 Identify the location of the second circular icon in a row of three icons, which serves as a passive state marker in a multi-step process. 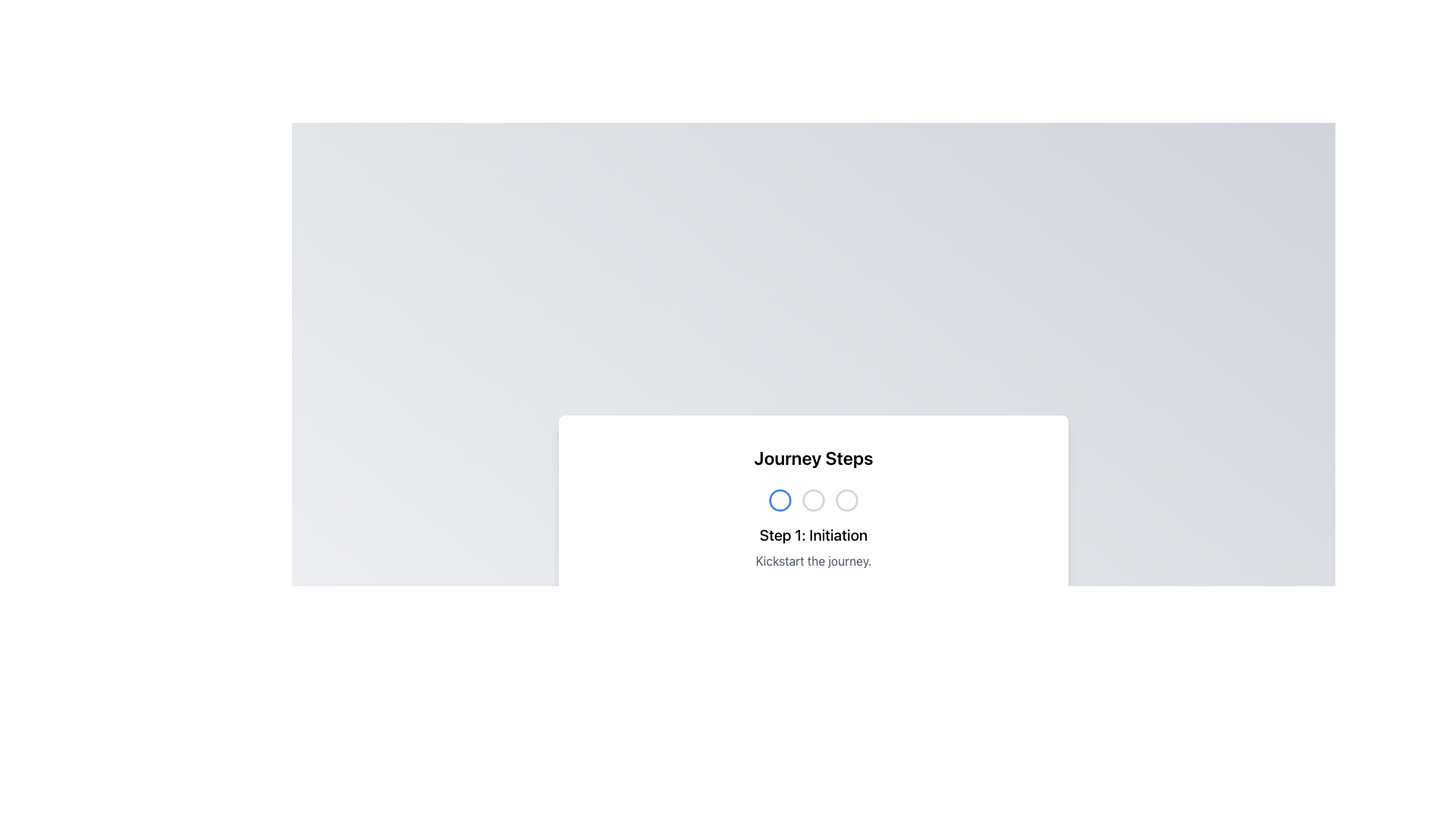
(813, 500).